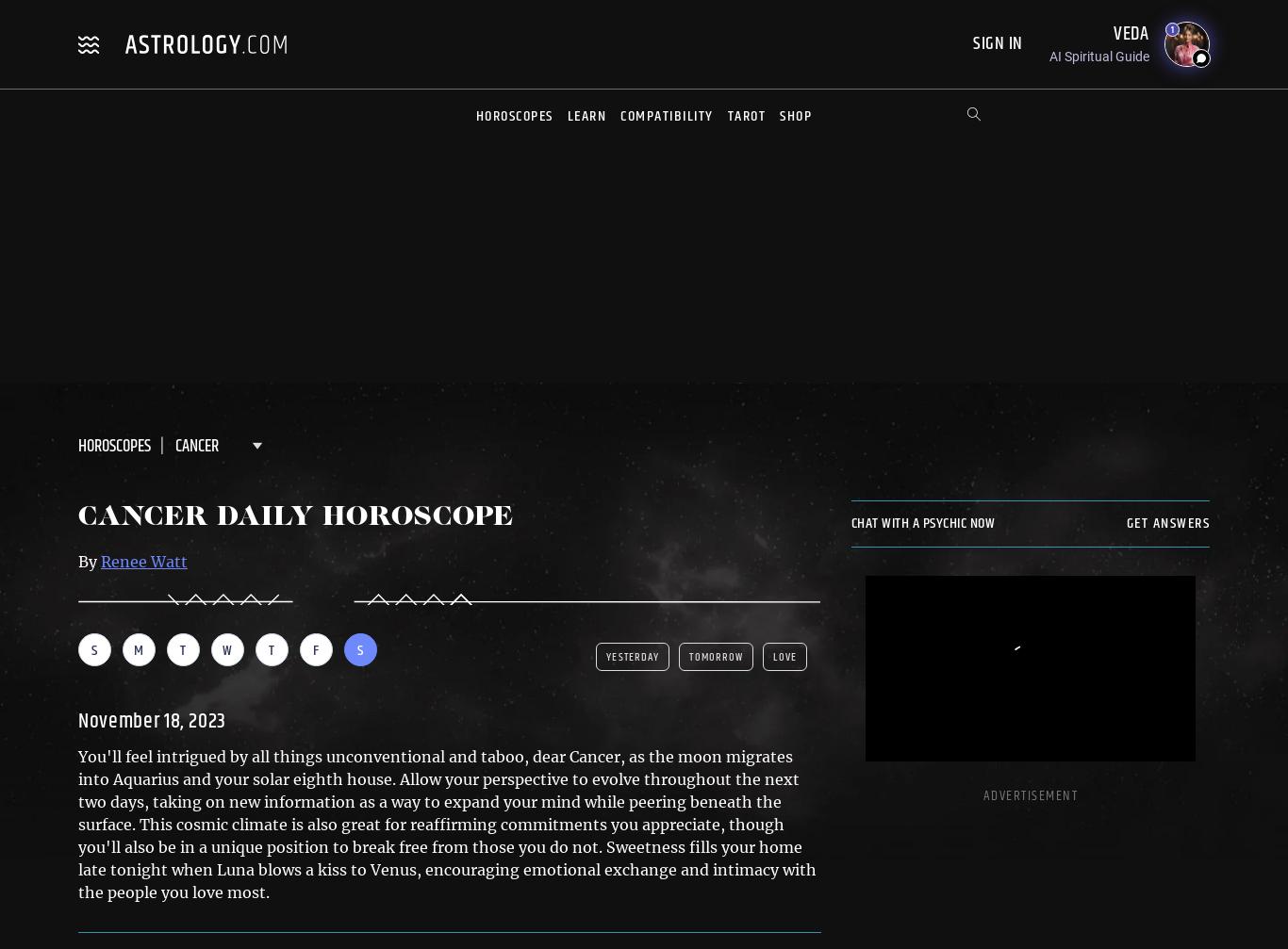  What do you see at coordinates (585, 116) in the screenshot?
I see `'Learn'` at bounding box center [585, 116].